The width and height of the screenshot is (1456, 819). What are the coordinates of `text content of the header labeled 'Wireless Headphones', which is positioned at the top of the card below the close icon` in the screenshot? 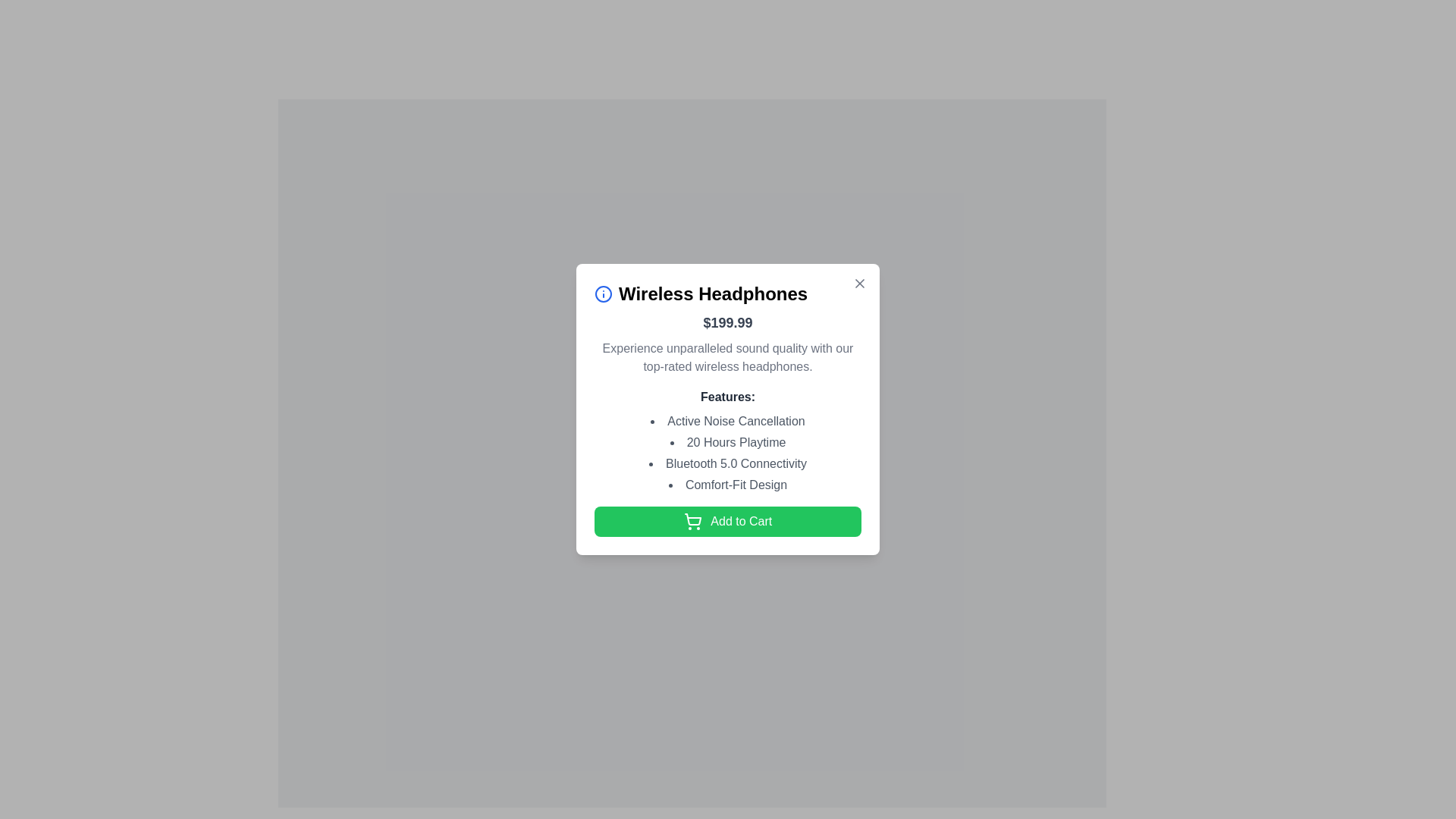 It's located at (728, 293).